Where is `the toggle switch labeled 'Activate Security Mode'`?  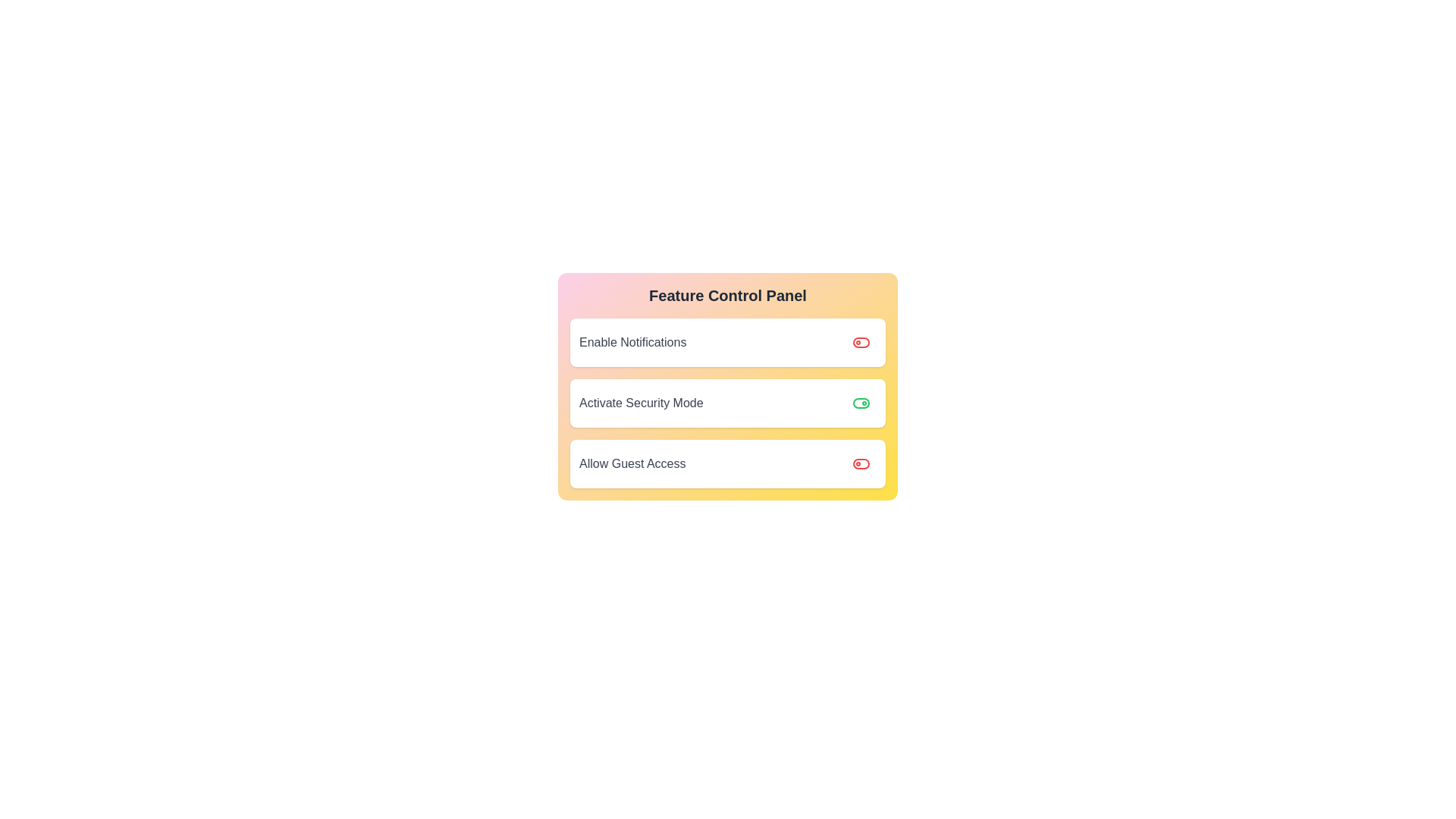 the toggle switch labeled 'Activate Security Mode' is located at coordinates (728, 403).